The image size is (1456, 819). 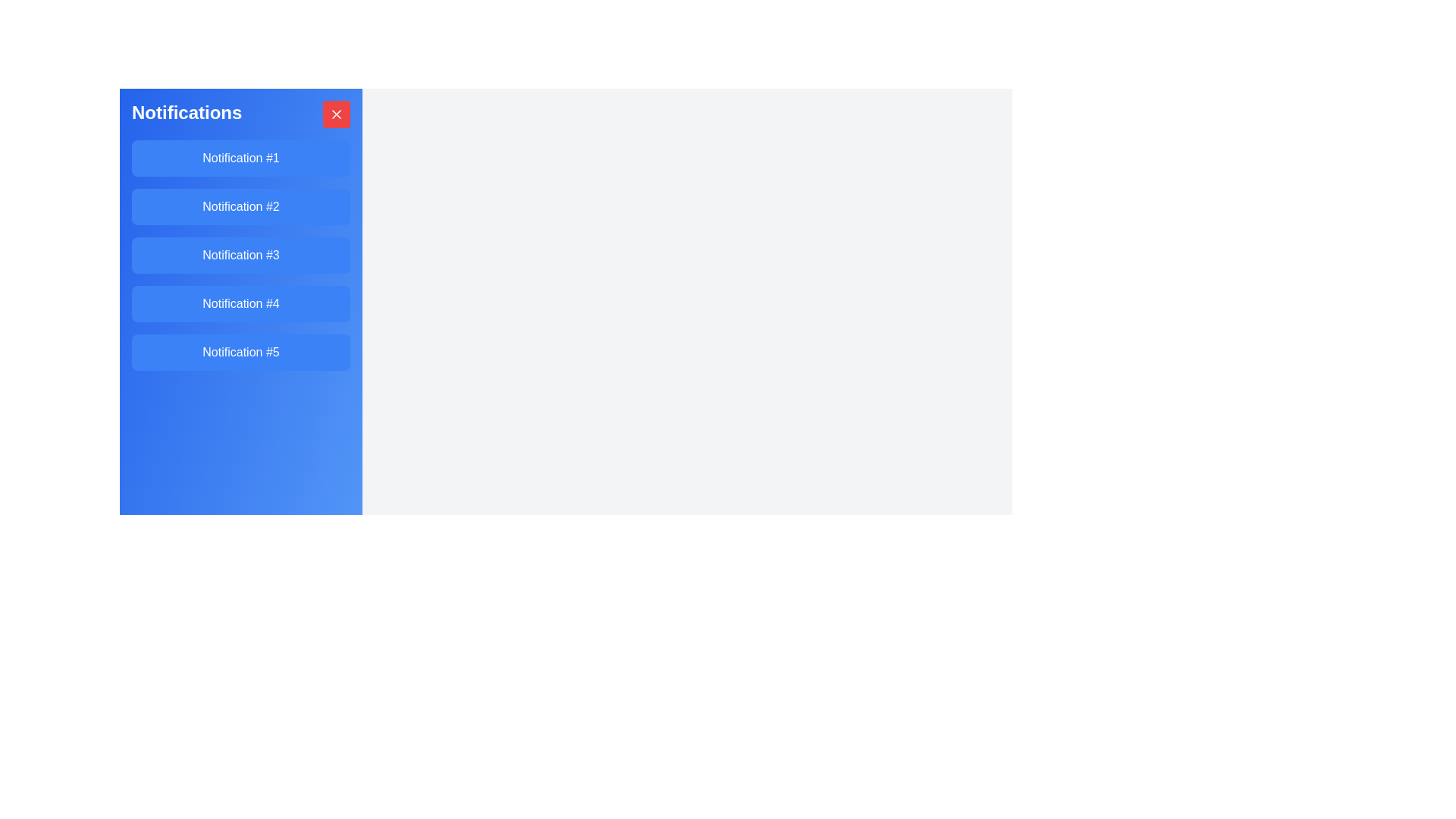 I want to click on close button to hide the notification drawer, so click(x=336, y=113).